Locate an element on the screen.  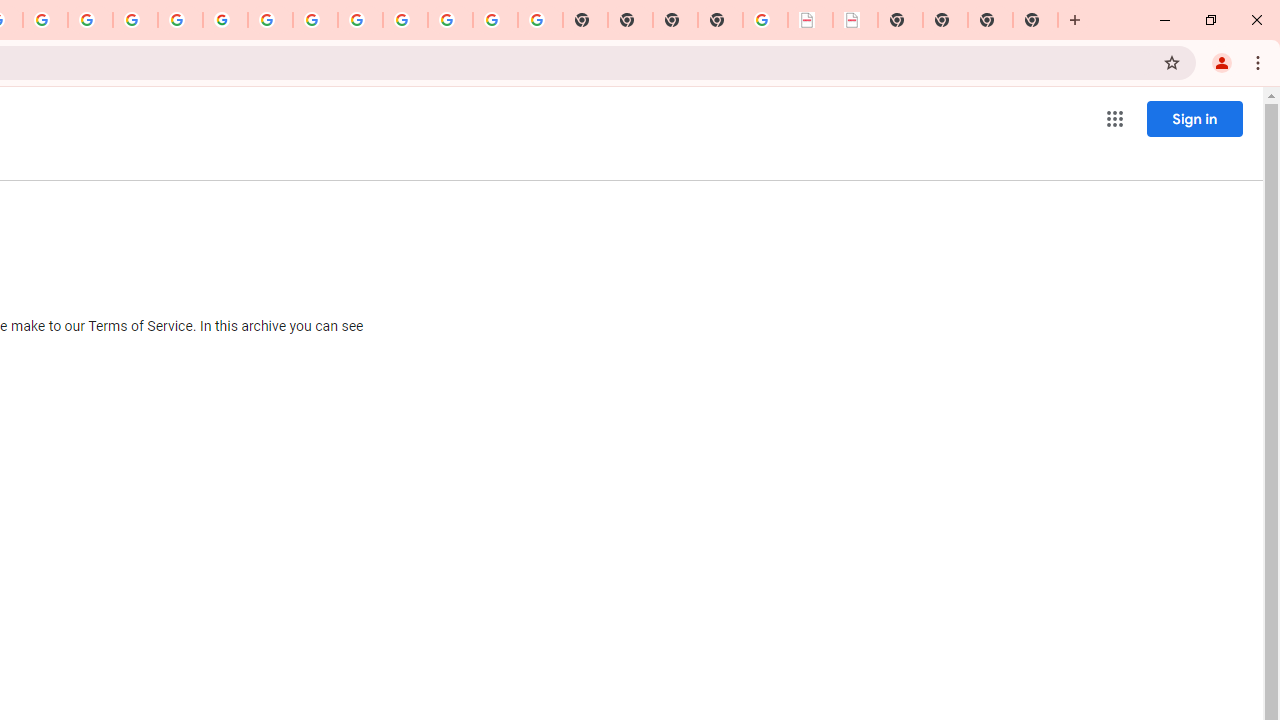
'New Tab' is located at coordinates (720, 20).